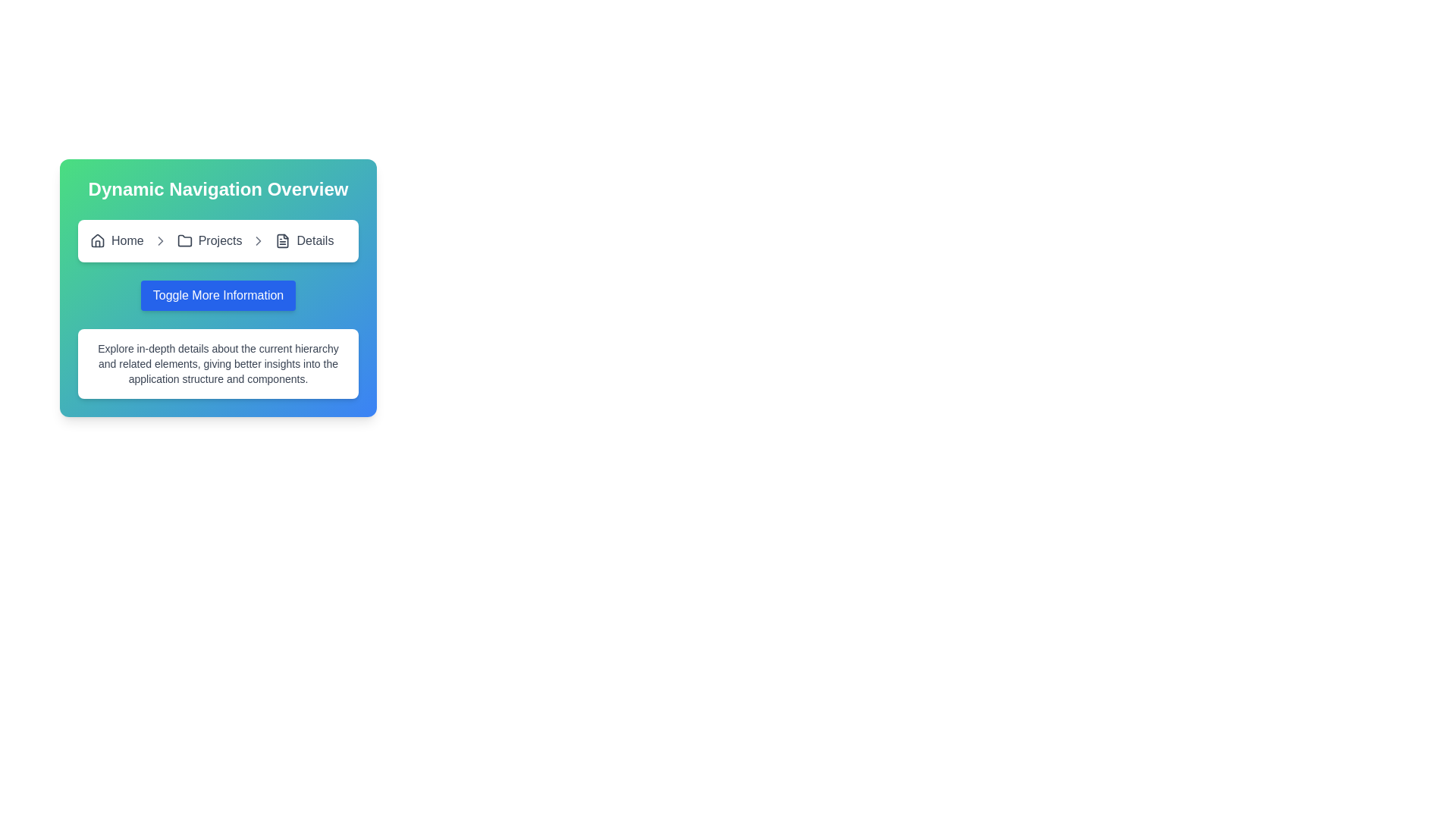 This screenshot has height=819, width=1456. What do you see at coordinates (259, 240) in the screenshot?
I see `the visual appearance of the right-pointing chevron icon styled as an arrow in the breadcrumb navigation bar, located between 'Projects' and 'Details'` at bounding box center [259, 240].